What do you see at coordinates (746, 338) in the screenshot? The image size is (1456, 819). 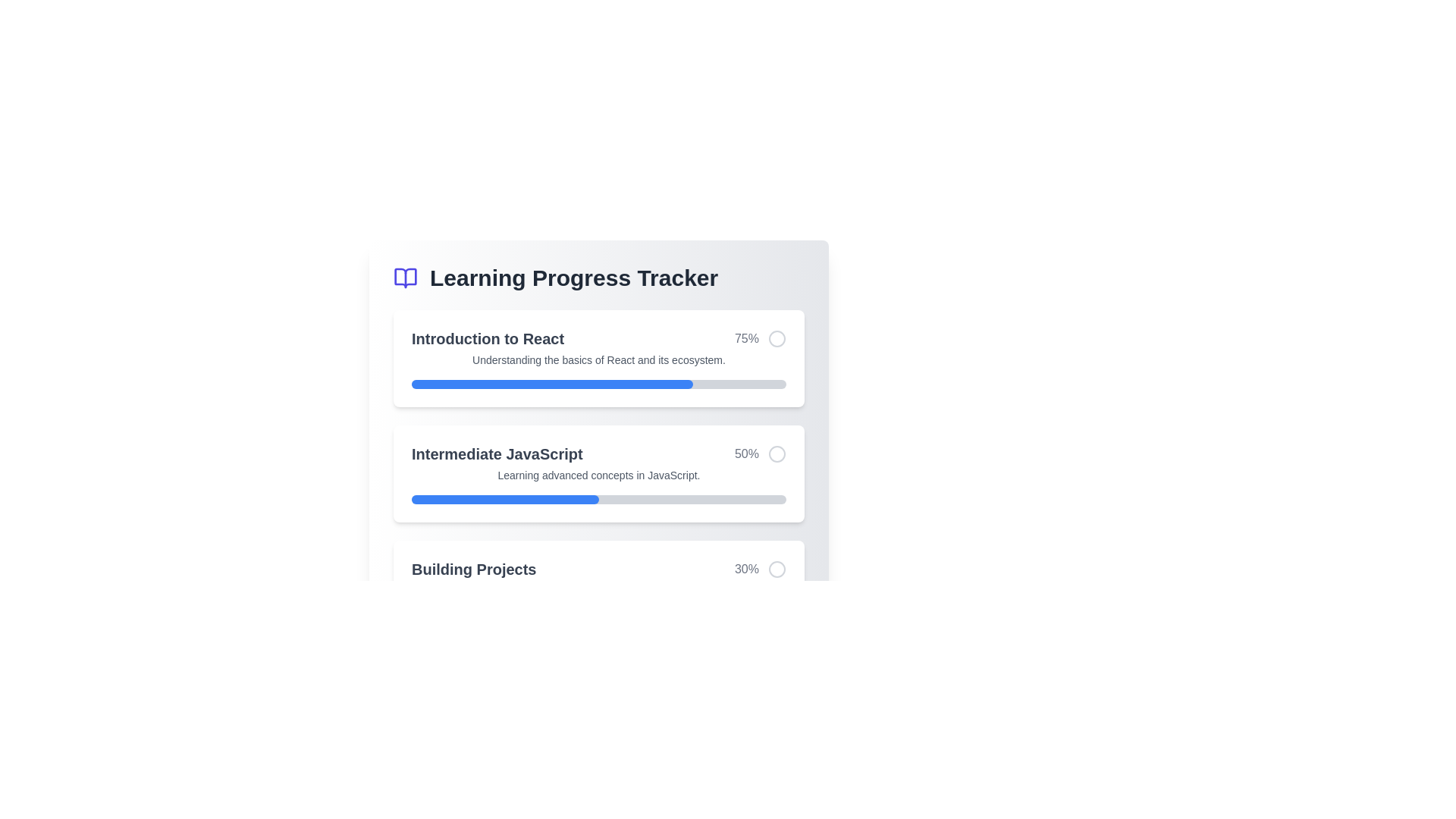 I see `the non-interactive Text Label displaying progress for the 'Introduction to React' section in the Learning Progress Tracker` at bounding box center [746, 338].